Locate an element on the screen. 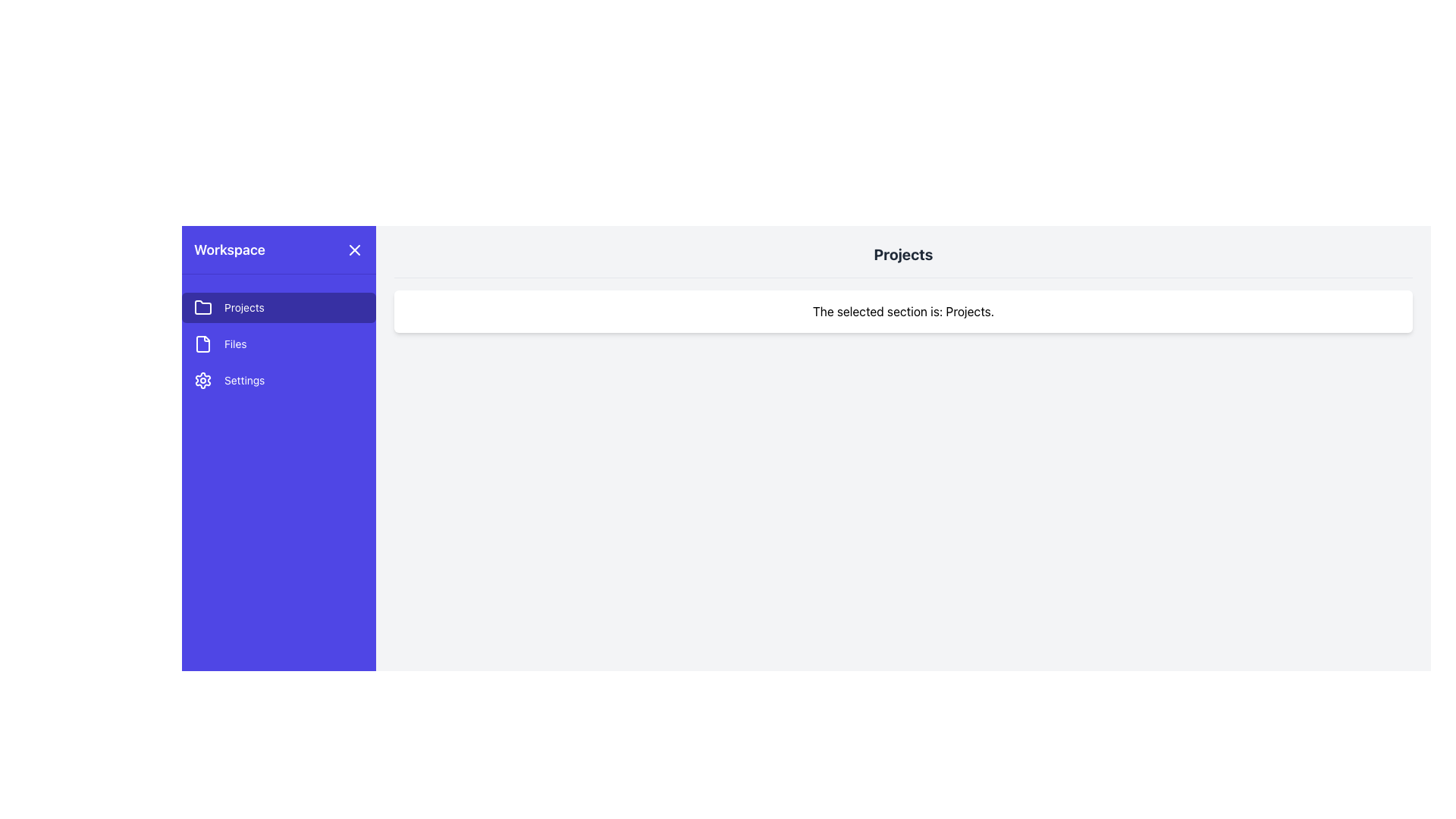  the file icon located under the 'Files' menu item in the vertical navigation bar is located at coordinates (202, 344).